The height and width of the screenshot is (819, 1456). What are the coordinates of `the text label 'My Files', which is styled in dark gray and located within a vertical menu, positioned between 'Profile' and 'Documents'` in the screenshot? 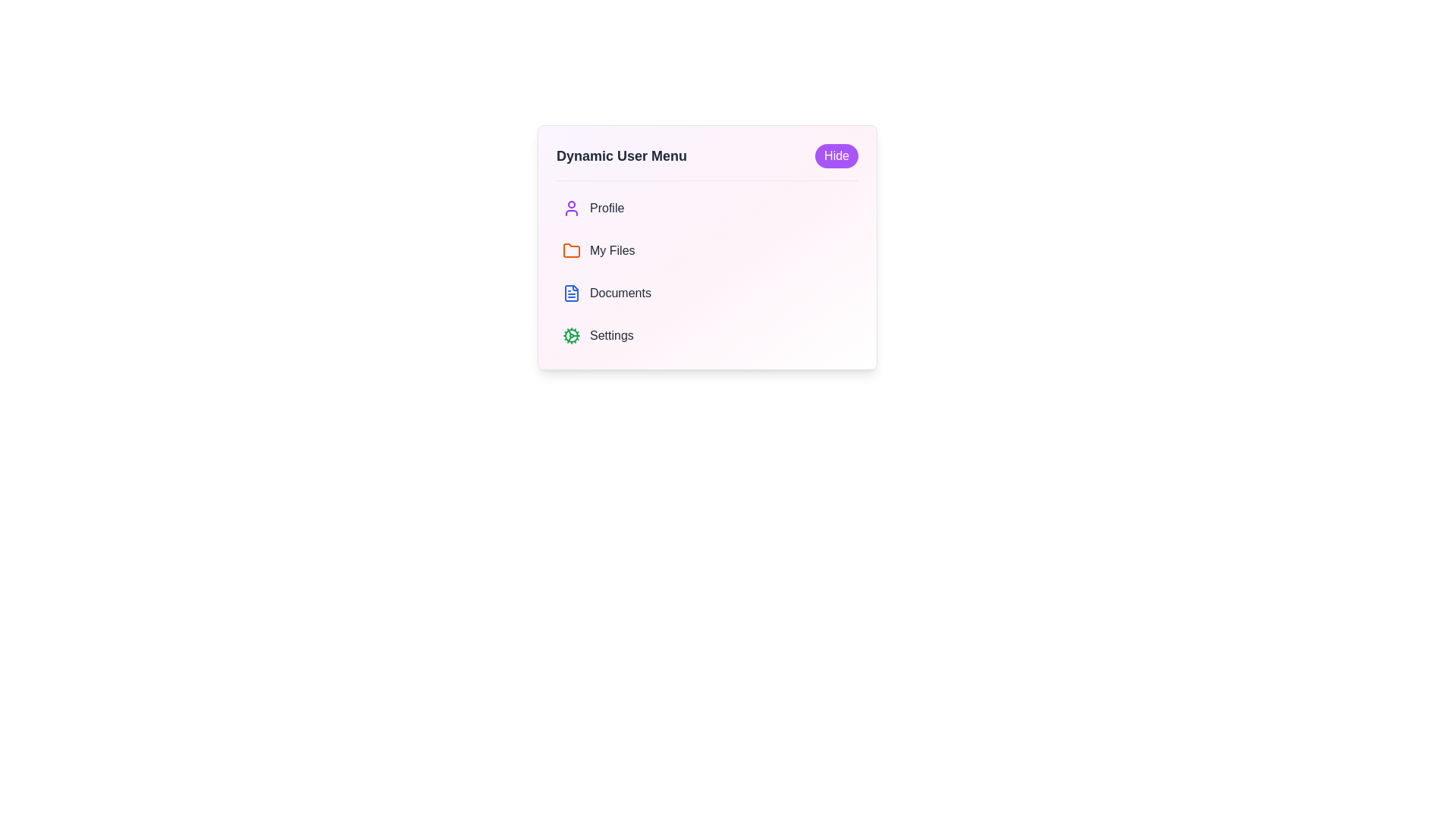 It's located at (612, 250).